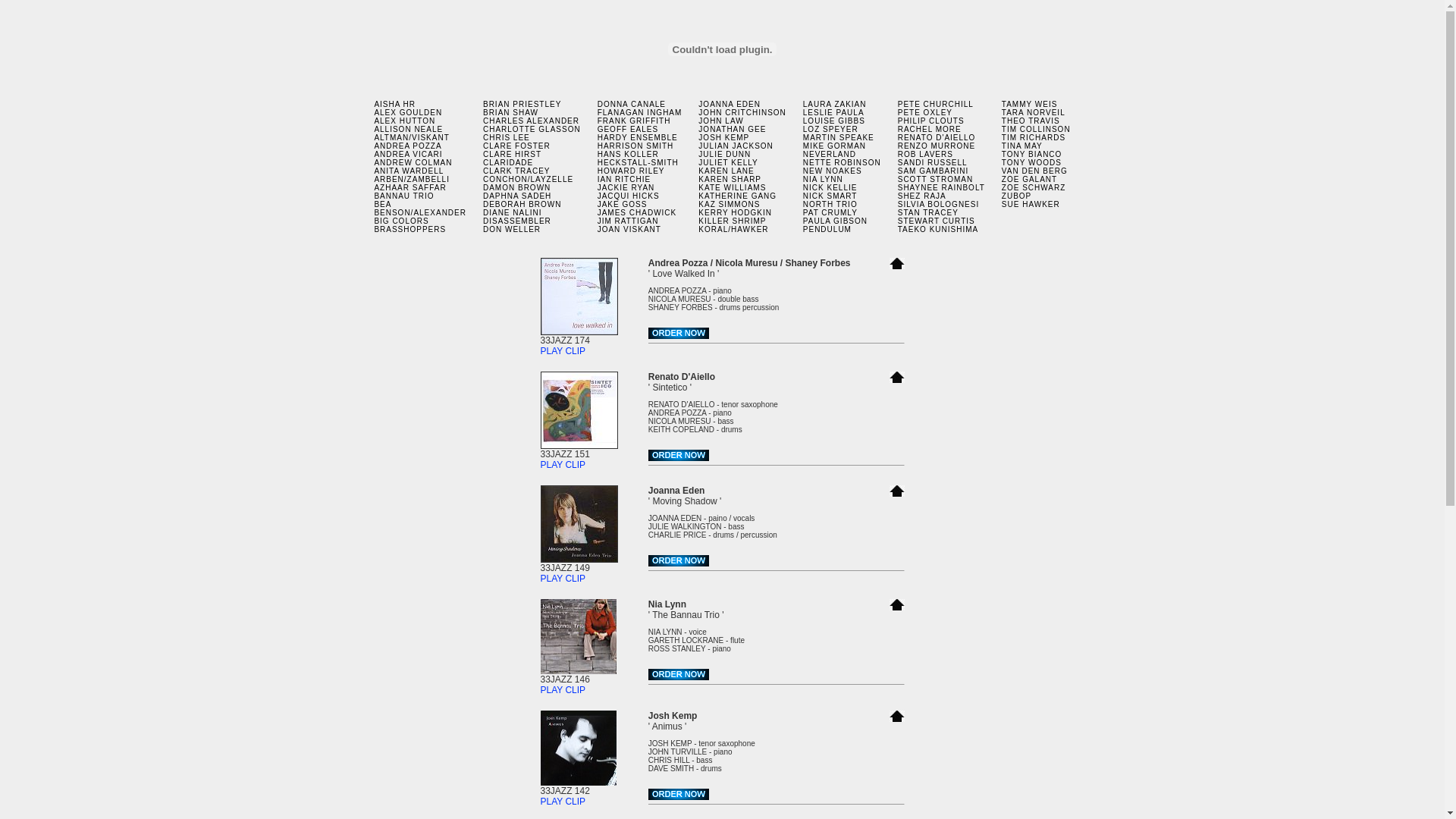 This screenshot has width=1456, height=819. I want to click on 'VAN DEN BERG', so click(1034, 171).